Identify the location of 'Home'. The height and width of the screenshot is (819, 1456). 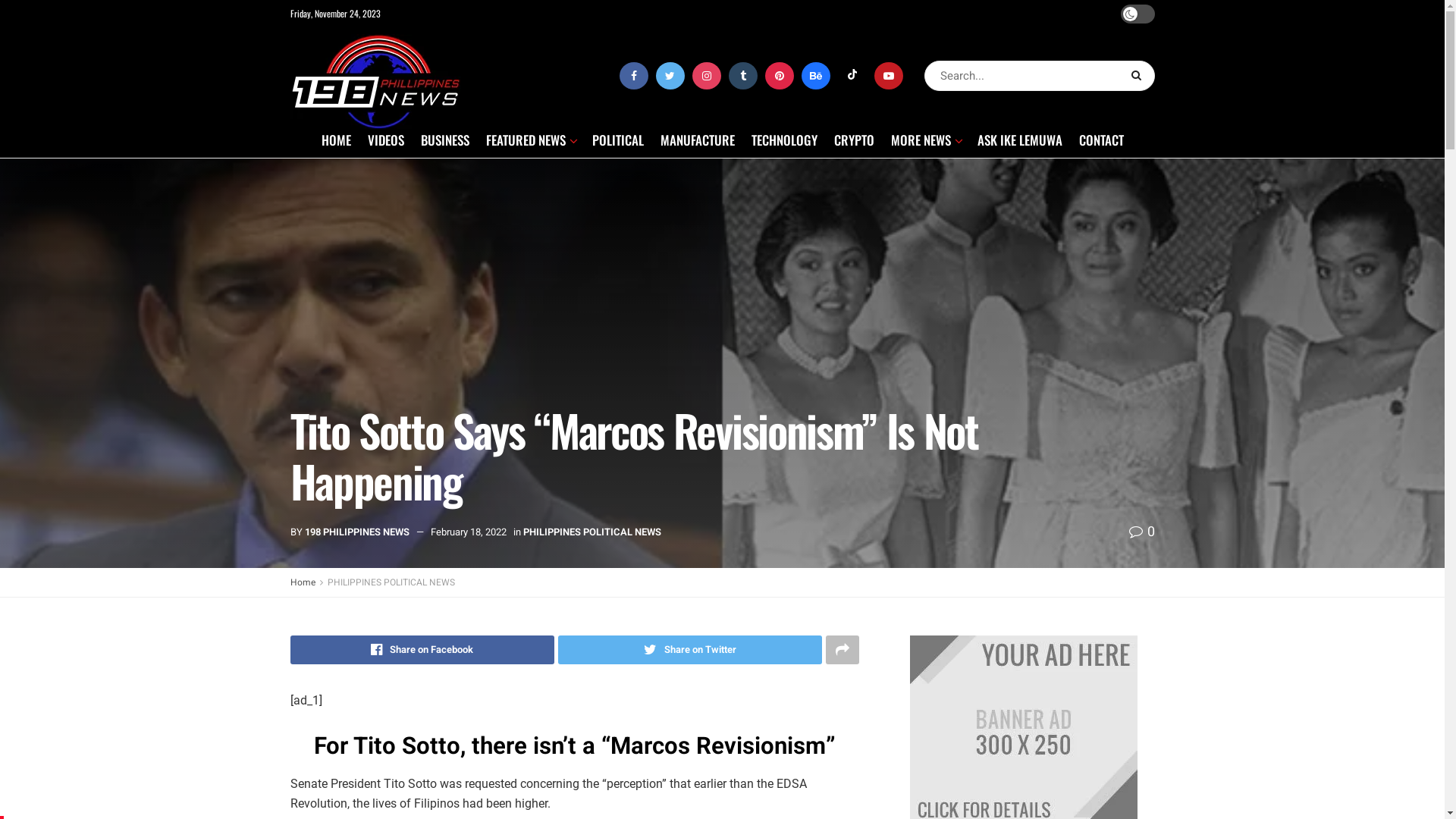
(290, 581).